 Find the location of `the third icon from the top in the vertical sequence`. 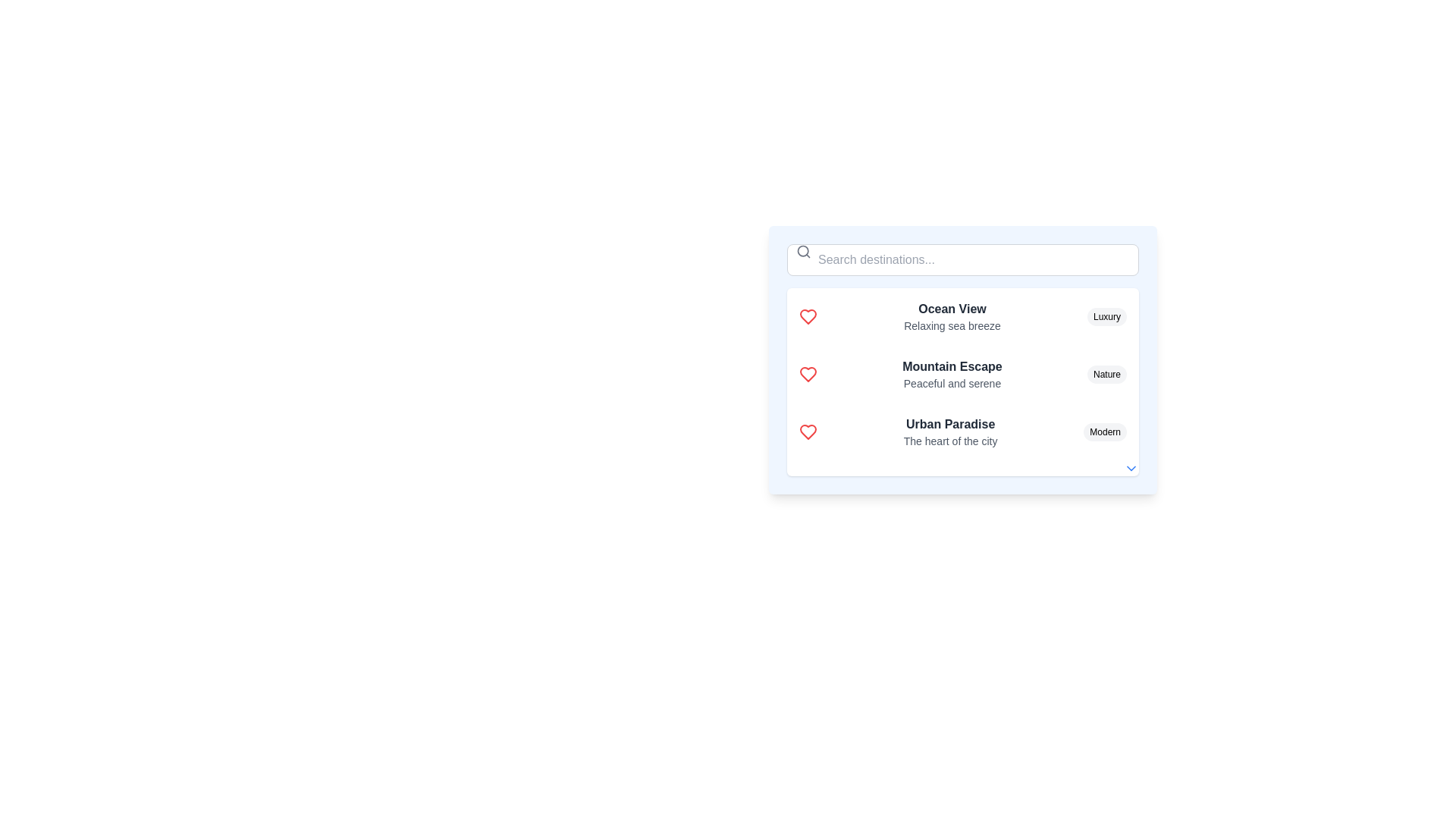

the third icon from the top in the vertical sequence is located at coordinates (807, 432).